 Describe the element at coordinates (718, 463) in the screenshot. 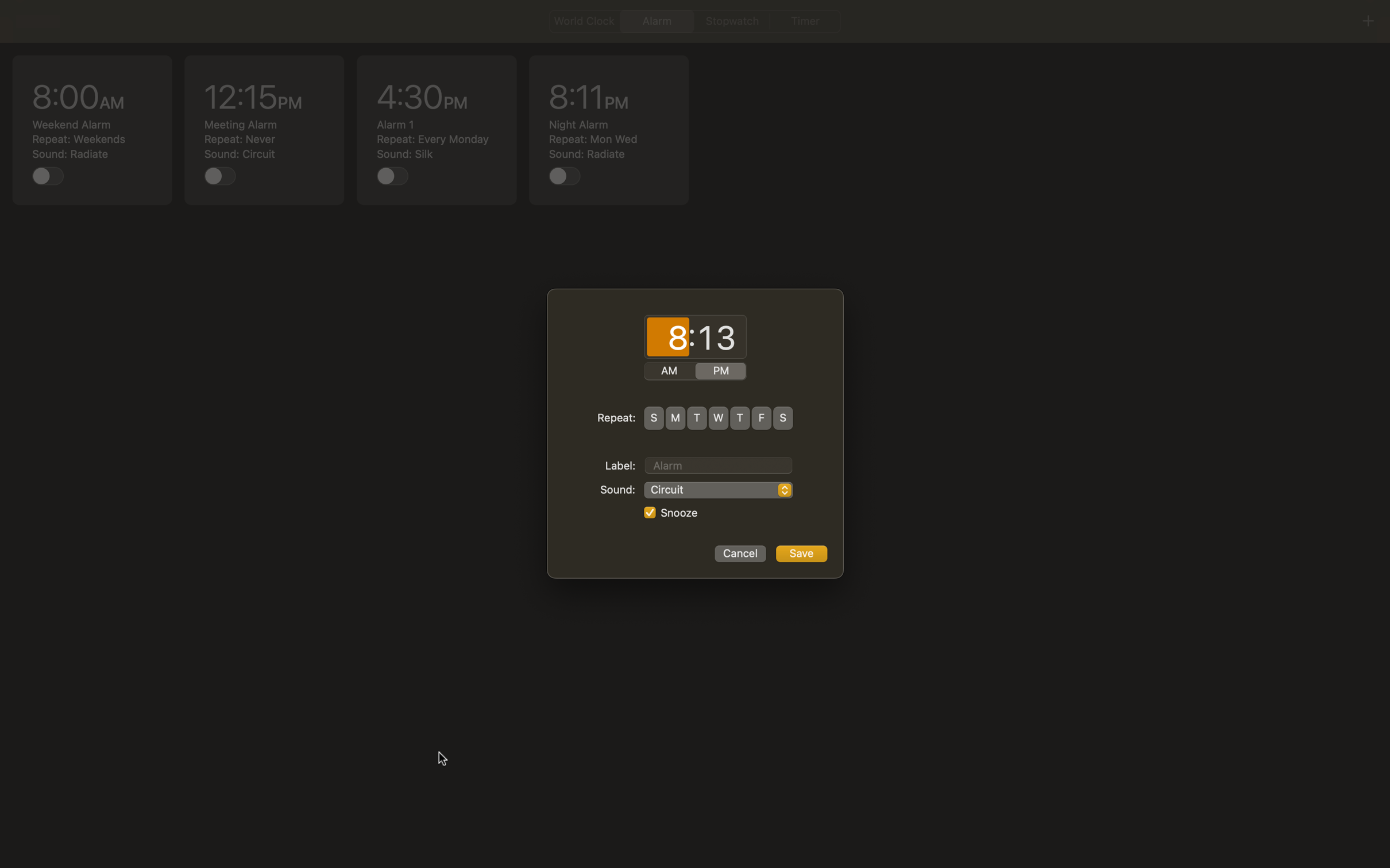

I see `alarm name as "Morning Jog` at that location.